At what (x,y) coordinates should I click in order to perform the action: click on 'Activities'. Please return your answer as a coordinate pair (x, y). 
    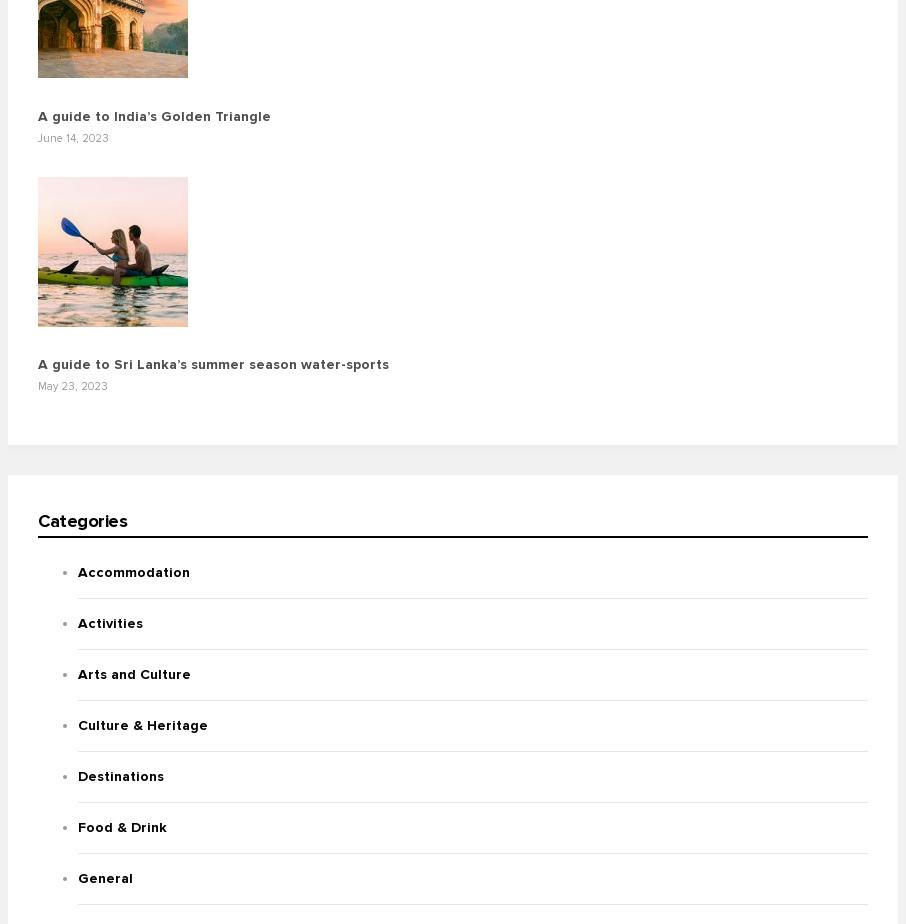
    Looking at the image, I should click on (109, 623).